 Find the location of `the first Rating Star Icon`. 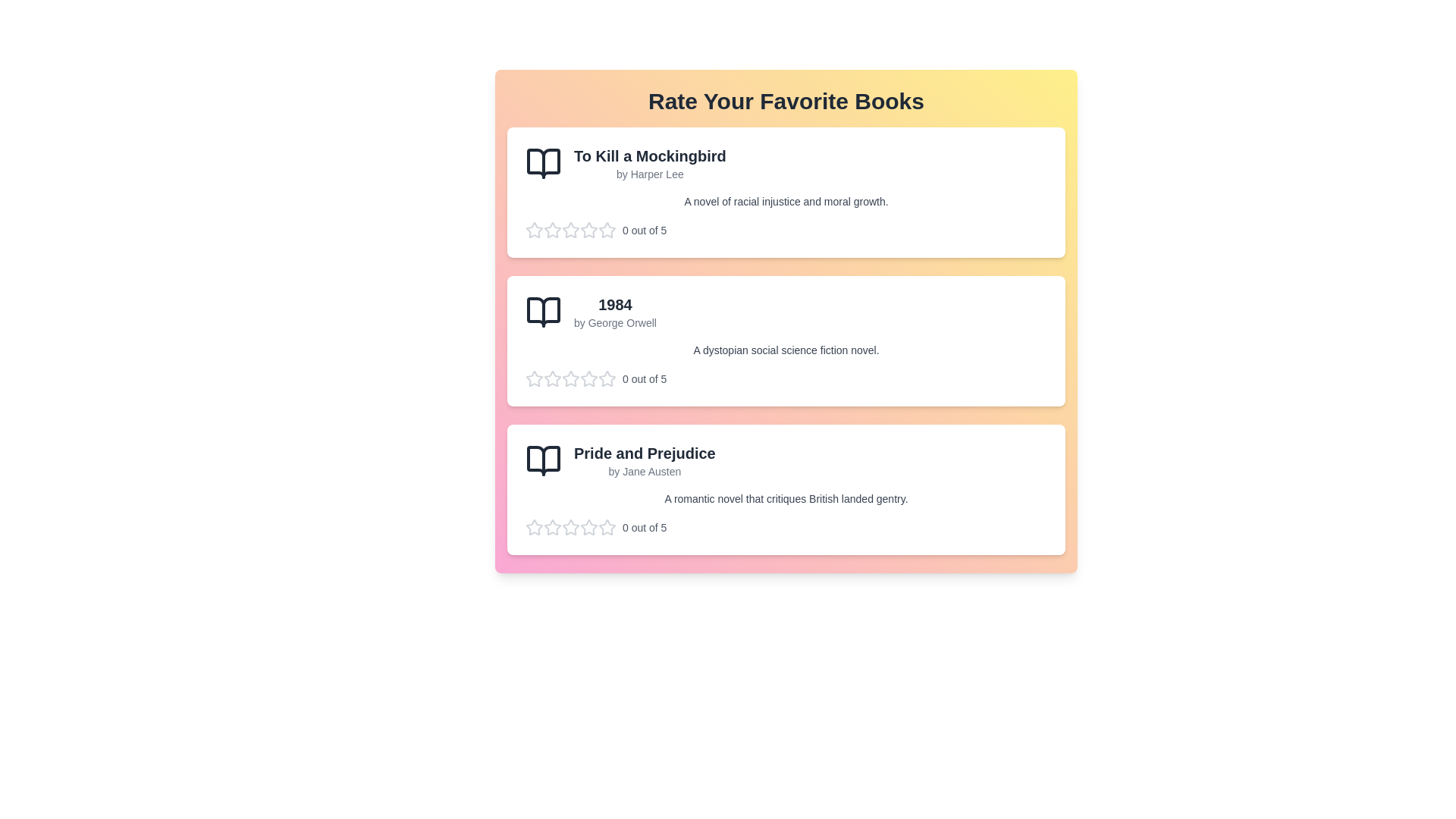

the first Rating Star Icon is located at coordinates (535, 230).